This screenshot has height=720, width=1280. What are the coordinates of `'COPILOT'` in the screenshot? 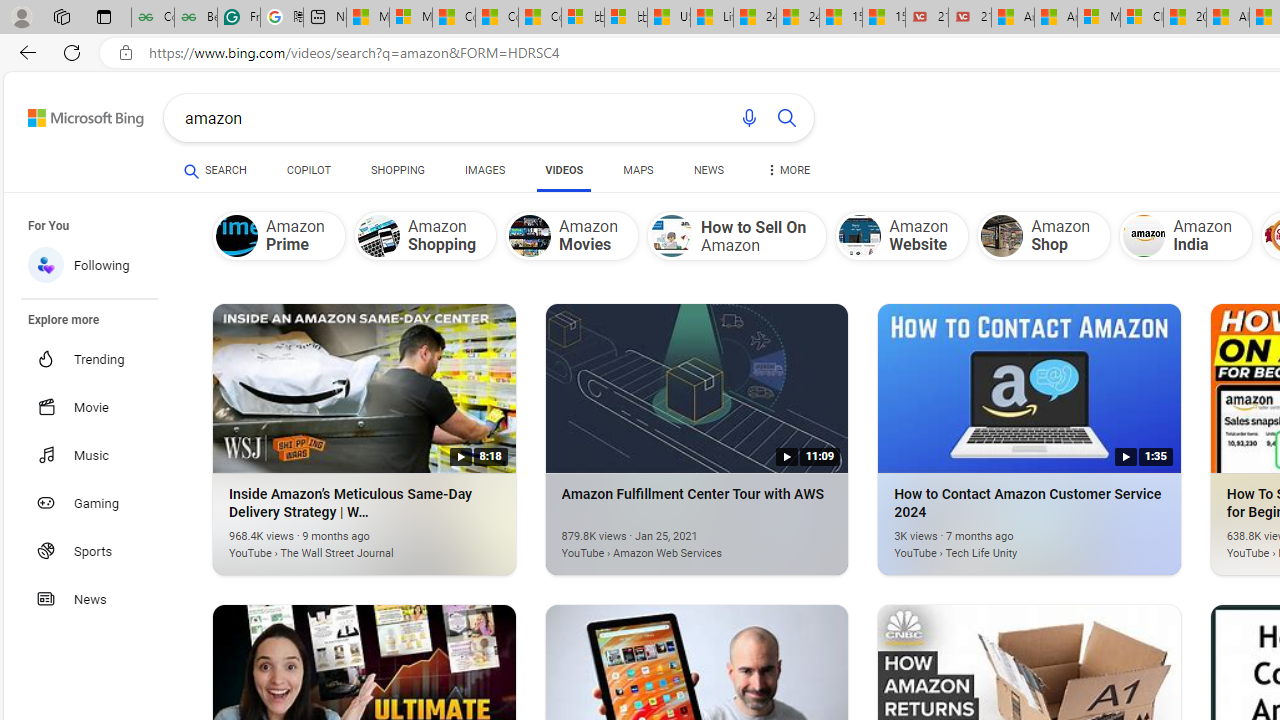 It's located at (307, 170).